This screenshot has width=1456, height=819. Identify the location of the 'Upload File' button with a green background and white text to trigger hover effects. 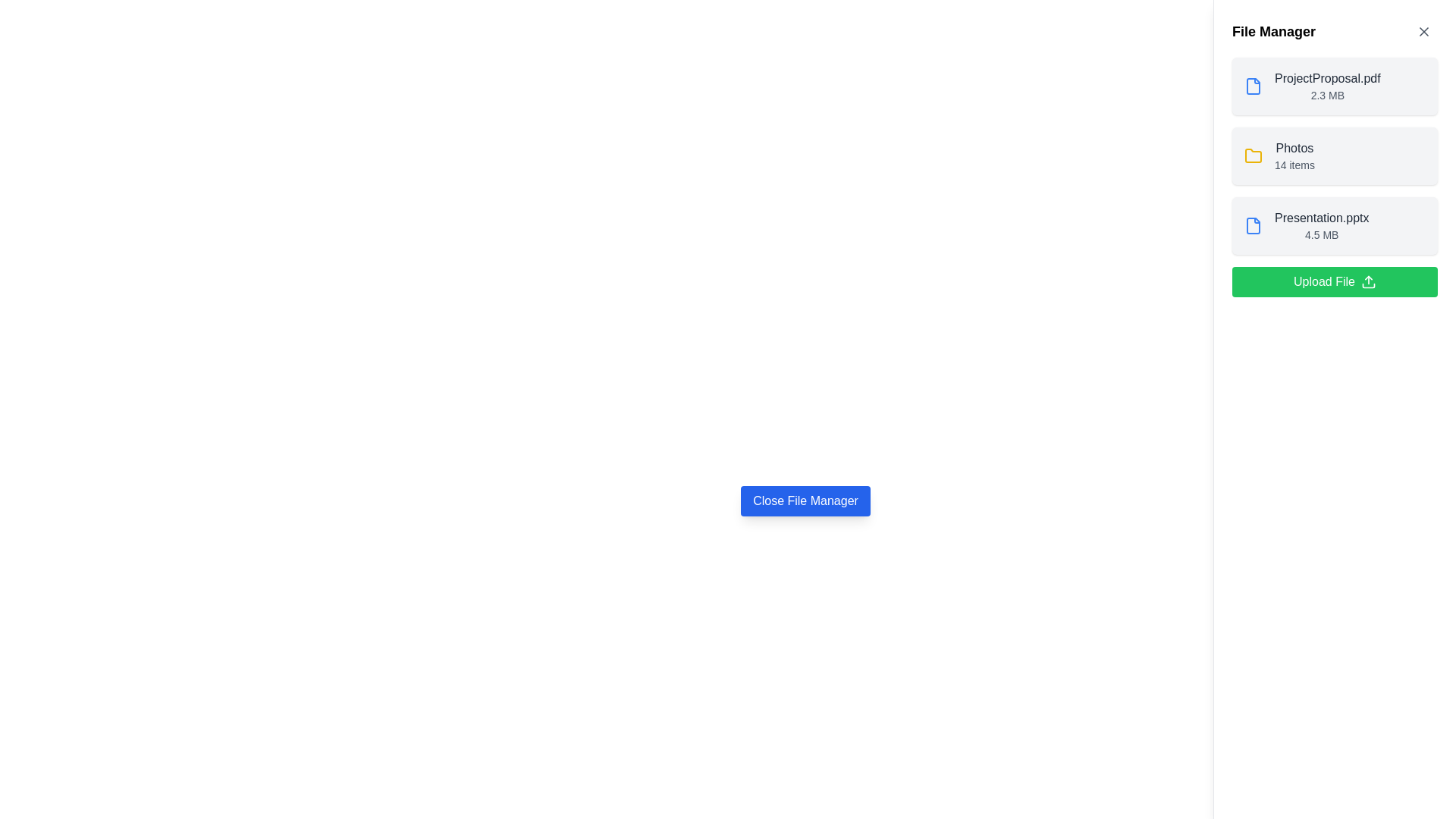
(1335, 281).